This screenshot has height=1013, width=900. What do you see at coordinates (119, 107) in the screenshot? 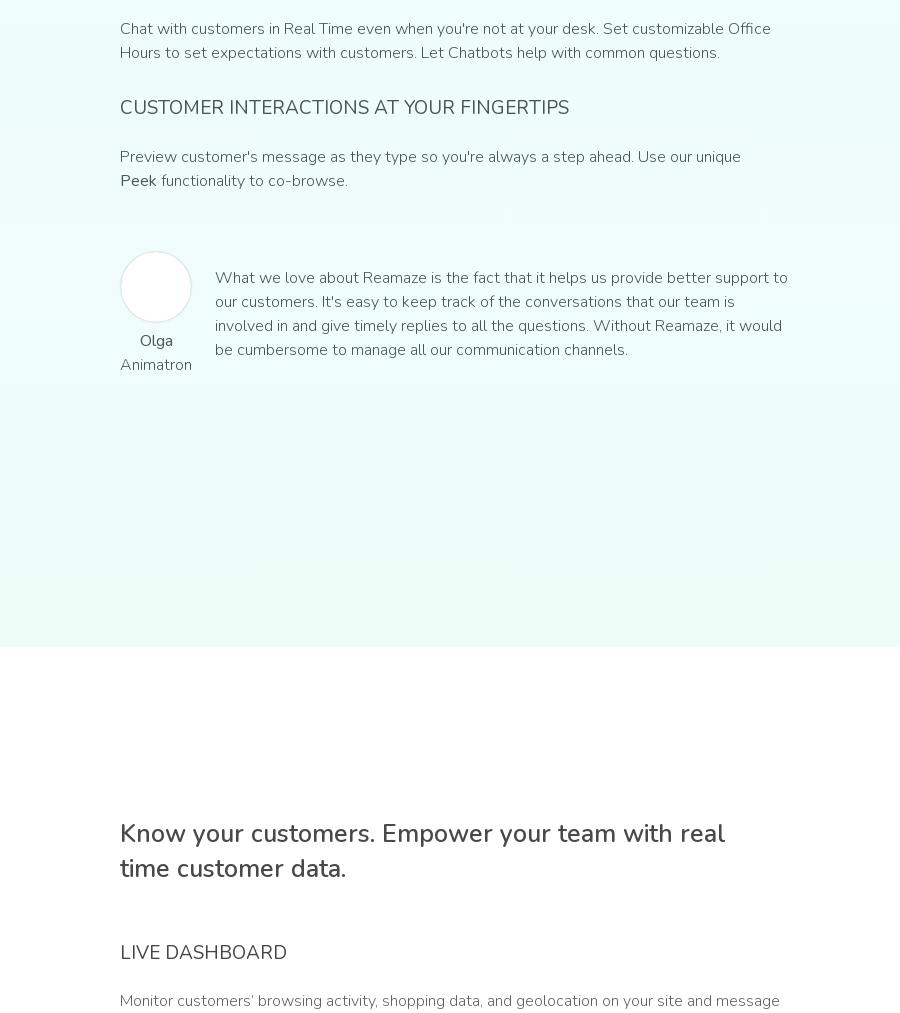
I see `'Customer Interactions at your Fingertips'` at bounding box center [119, 107].